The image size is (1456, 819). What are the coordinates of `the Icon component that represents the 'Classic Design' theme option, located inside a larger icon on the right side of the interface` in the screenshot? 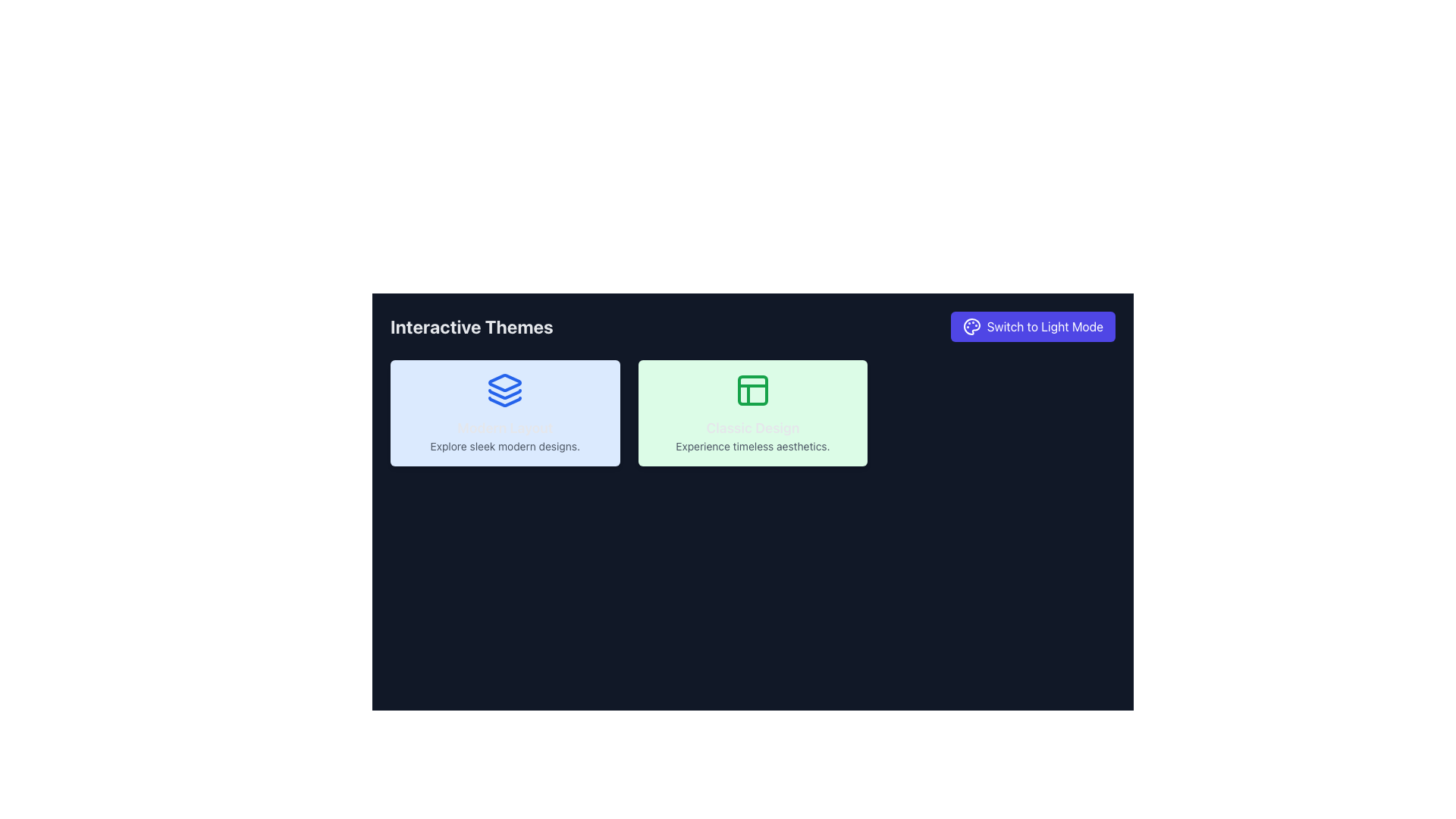 It's located at (753, 390).